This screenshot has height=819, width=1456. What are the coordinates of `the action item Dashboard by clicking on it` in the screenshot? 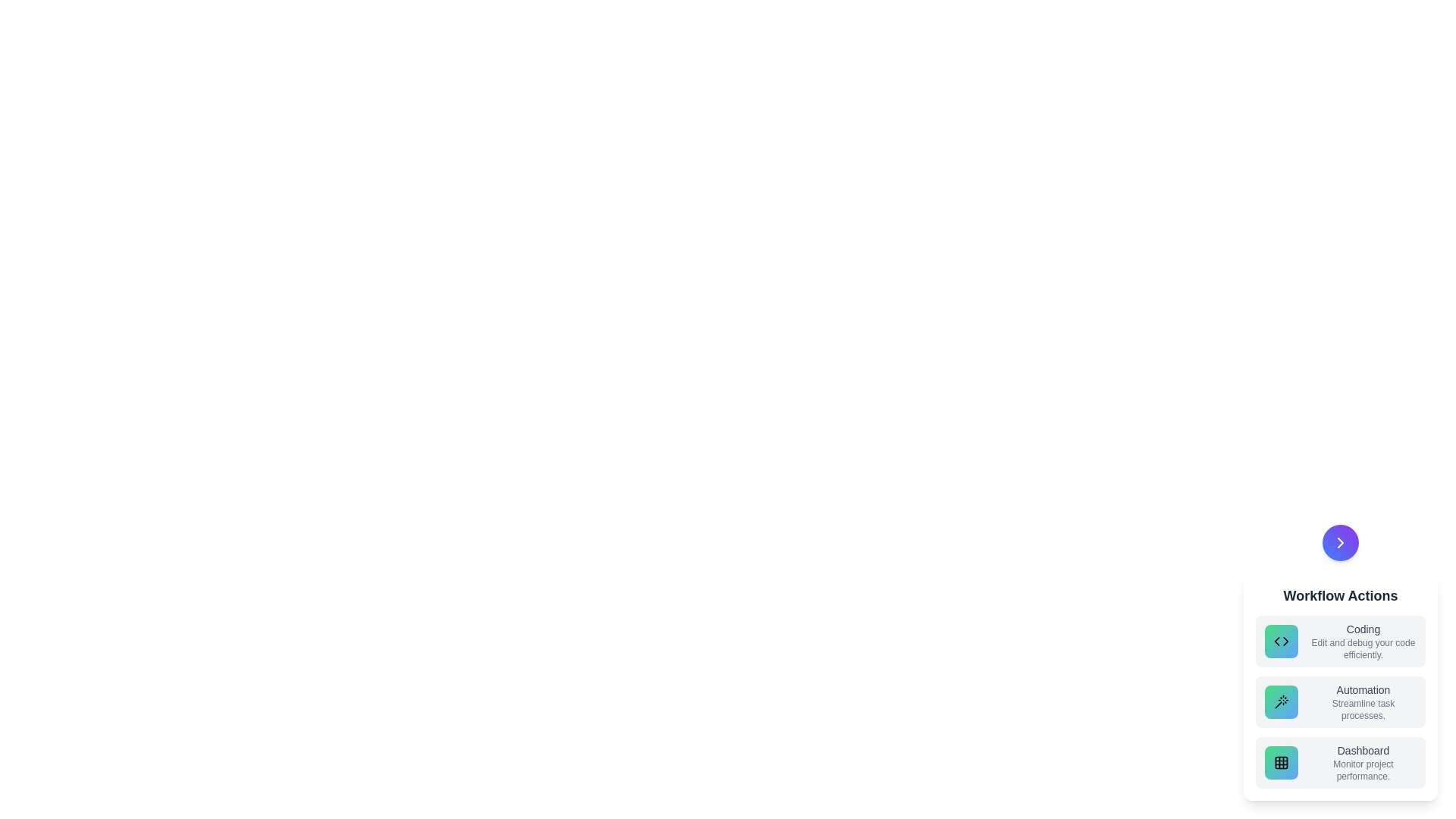 It's located at (1340, 763).